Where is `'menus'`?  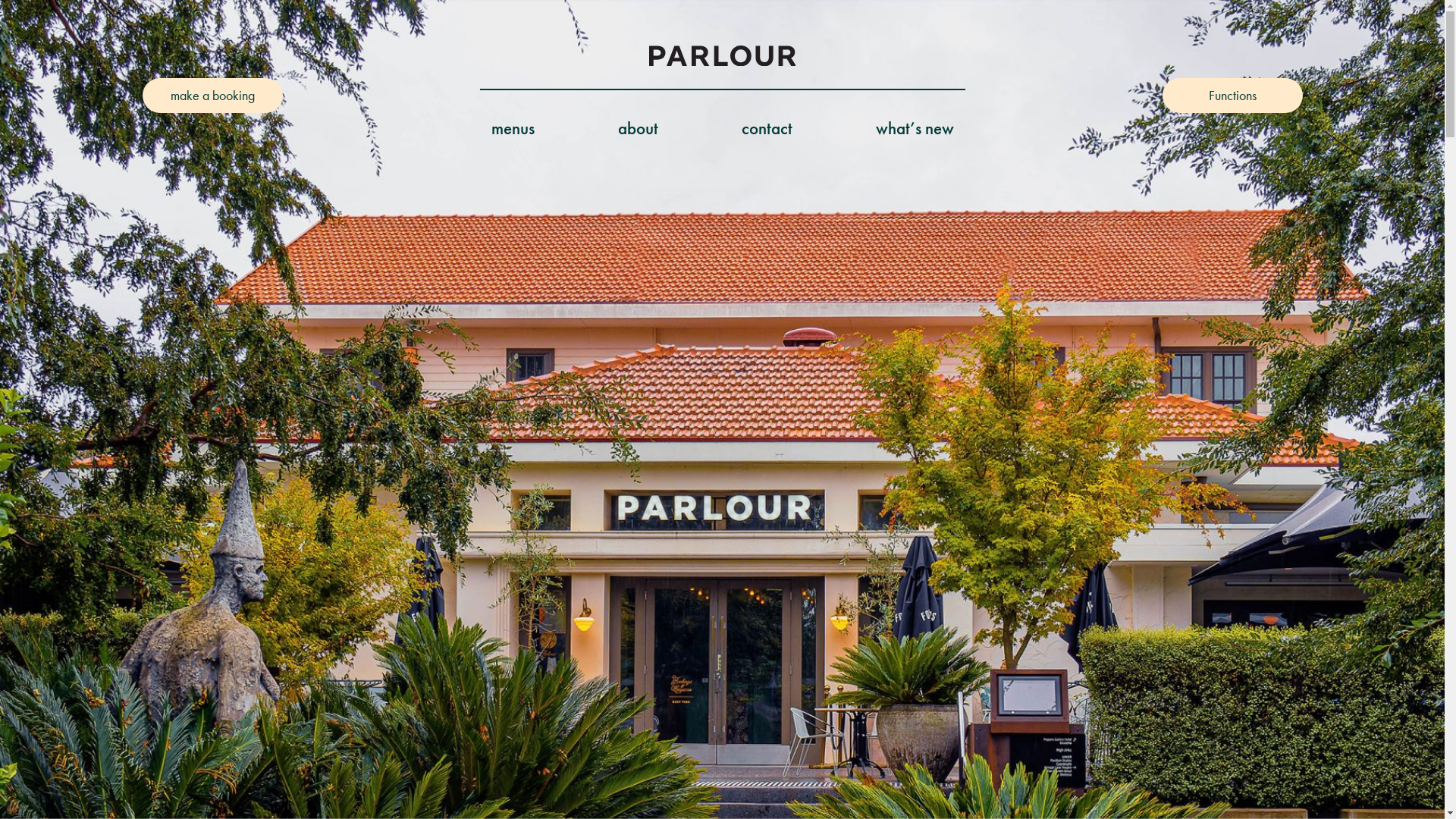
'menus' is located at coordinates (513, 128).